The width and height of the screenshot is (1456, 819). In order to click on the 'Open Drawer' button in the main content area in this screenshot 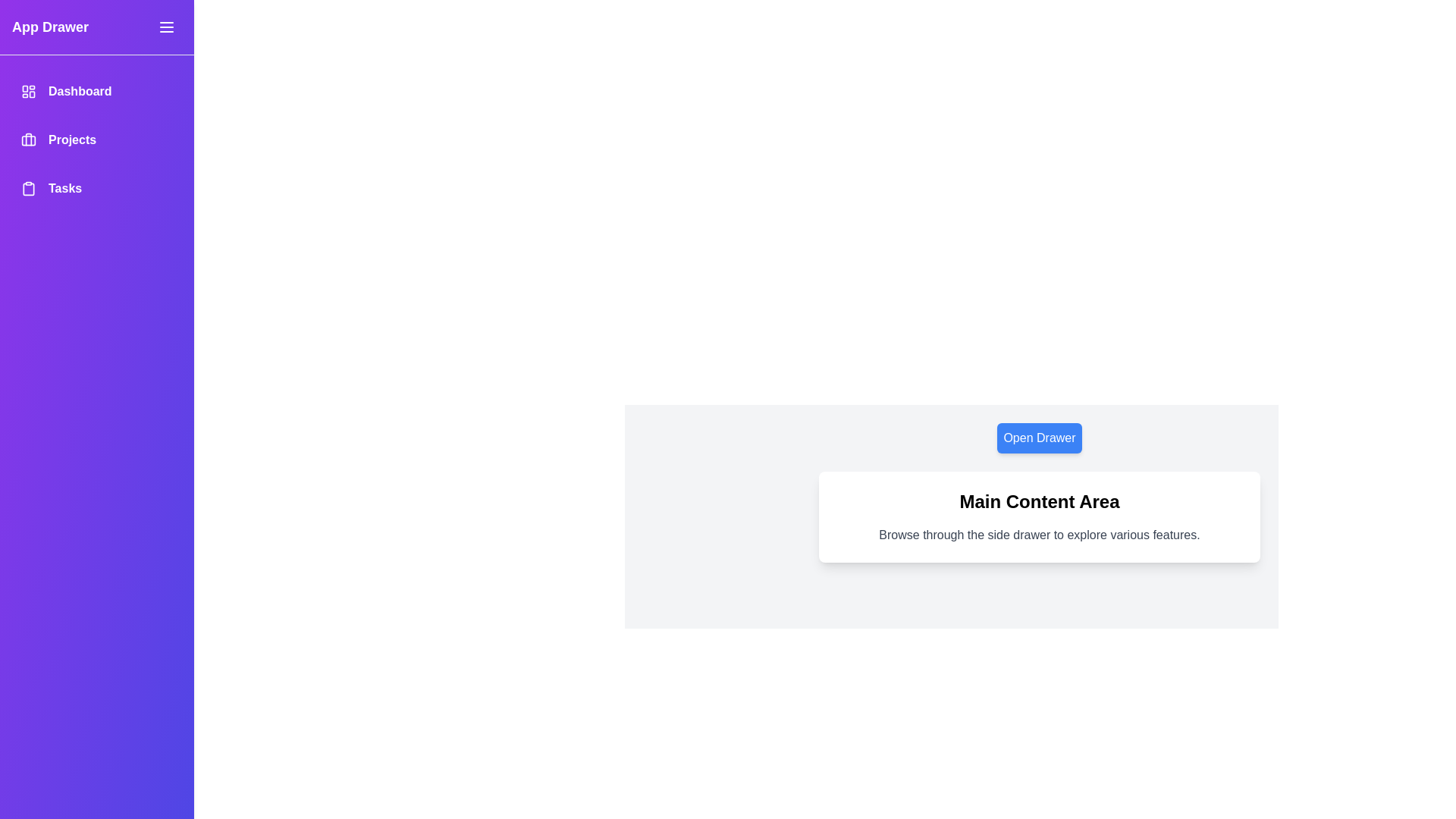, I will do `click(1039, 438)`.